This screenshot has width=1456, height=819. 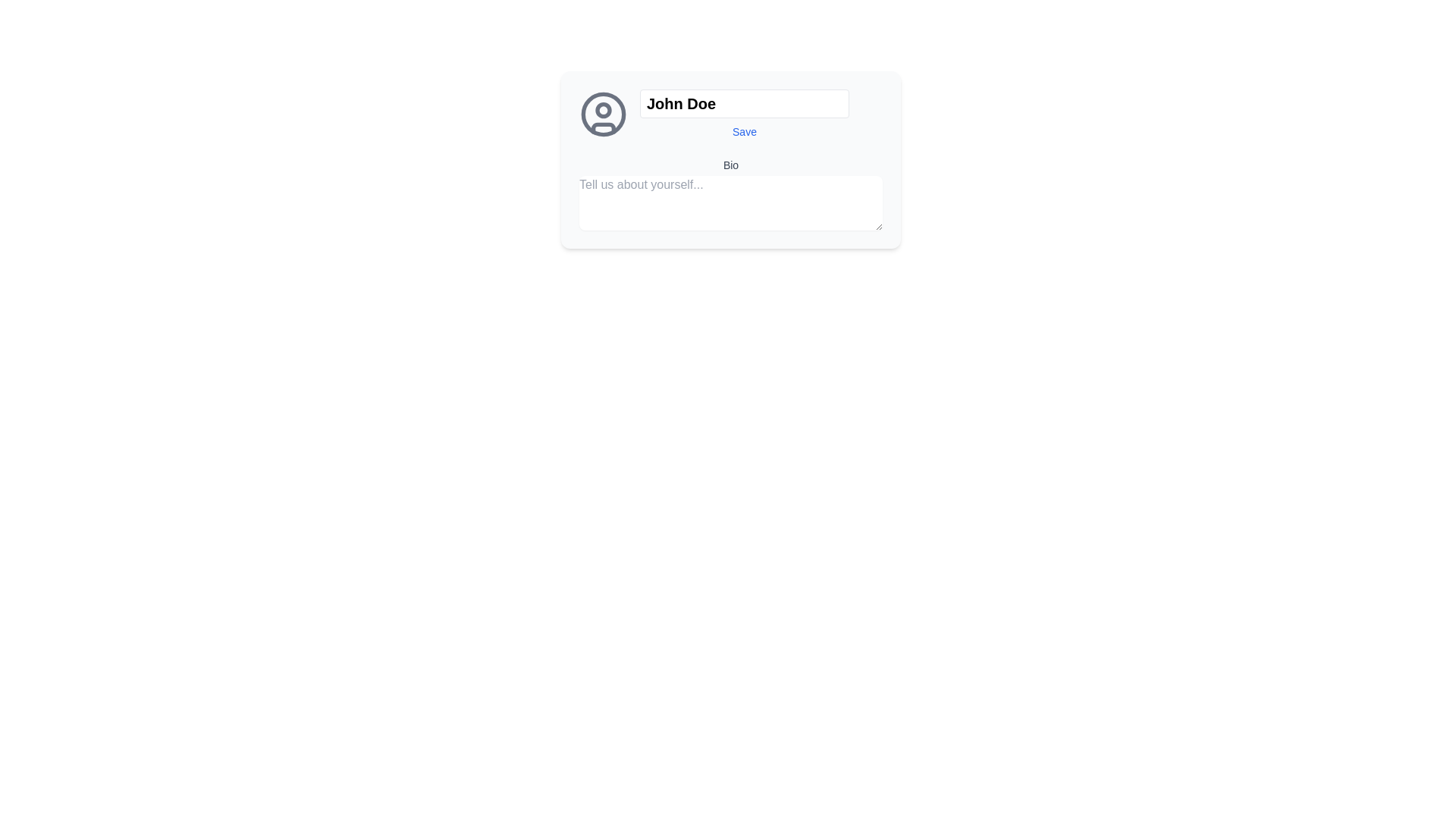 I want to click on the 'Bio' label, which is a gray text label aligned to the left and positioned directly above the multiline text input box, so click(x=731, y=165).